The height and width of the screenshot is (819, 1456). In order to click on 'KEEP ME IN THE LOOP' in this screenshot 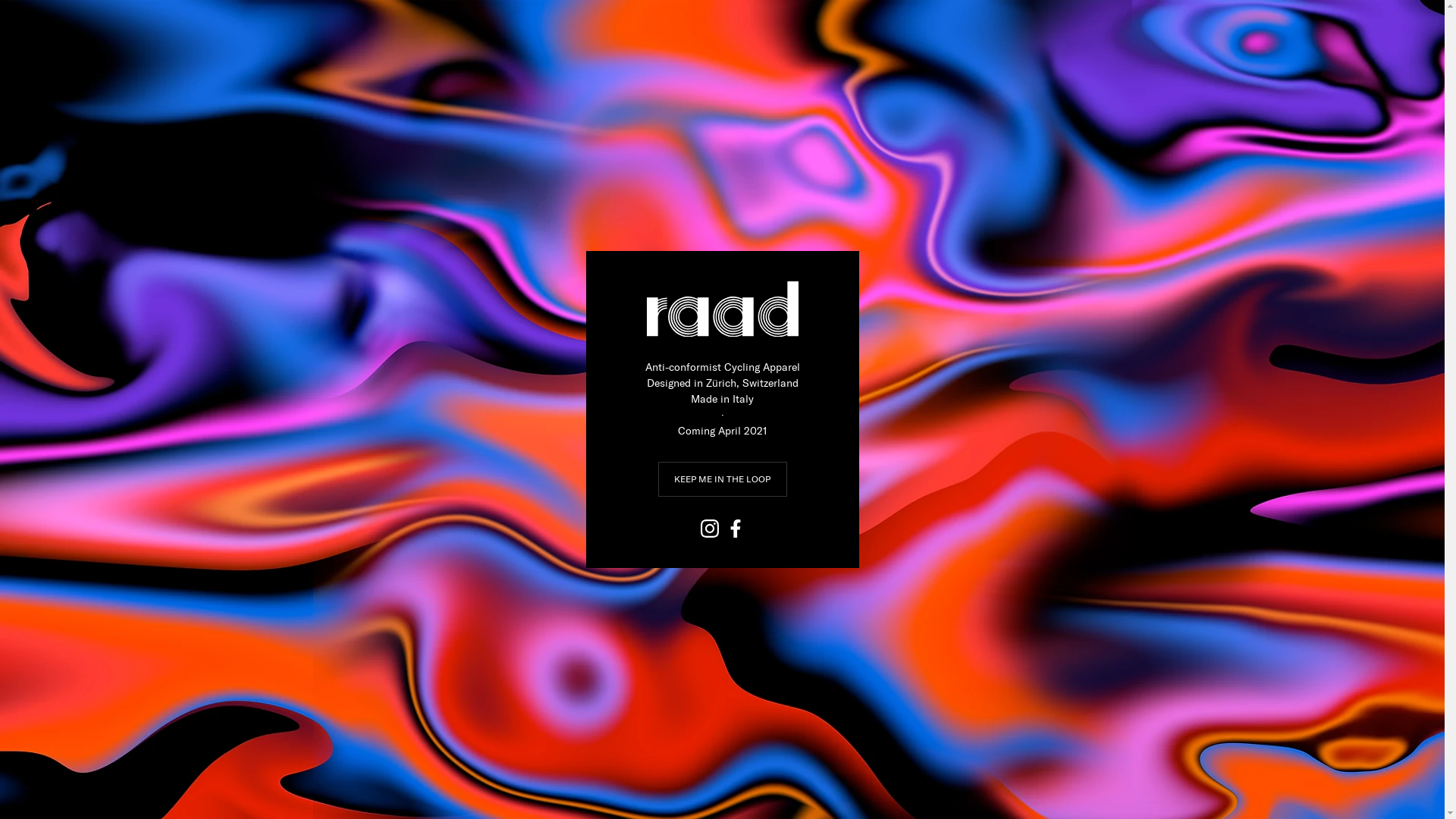, I will do `click(658, 479)`.